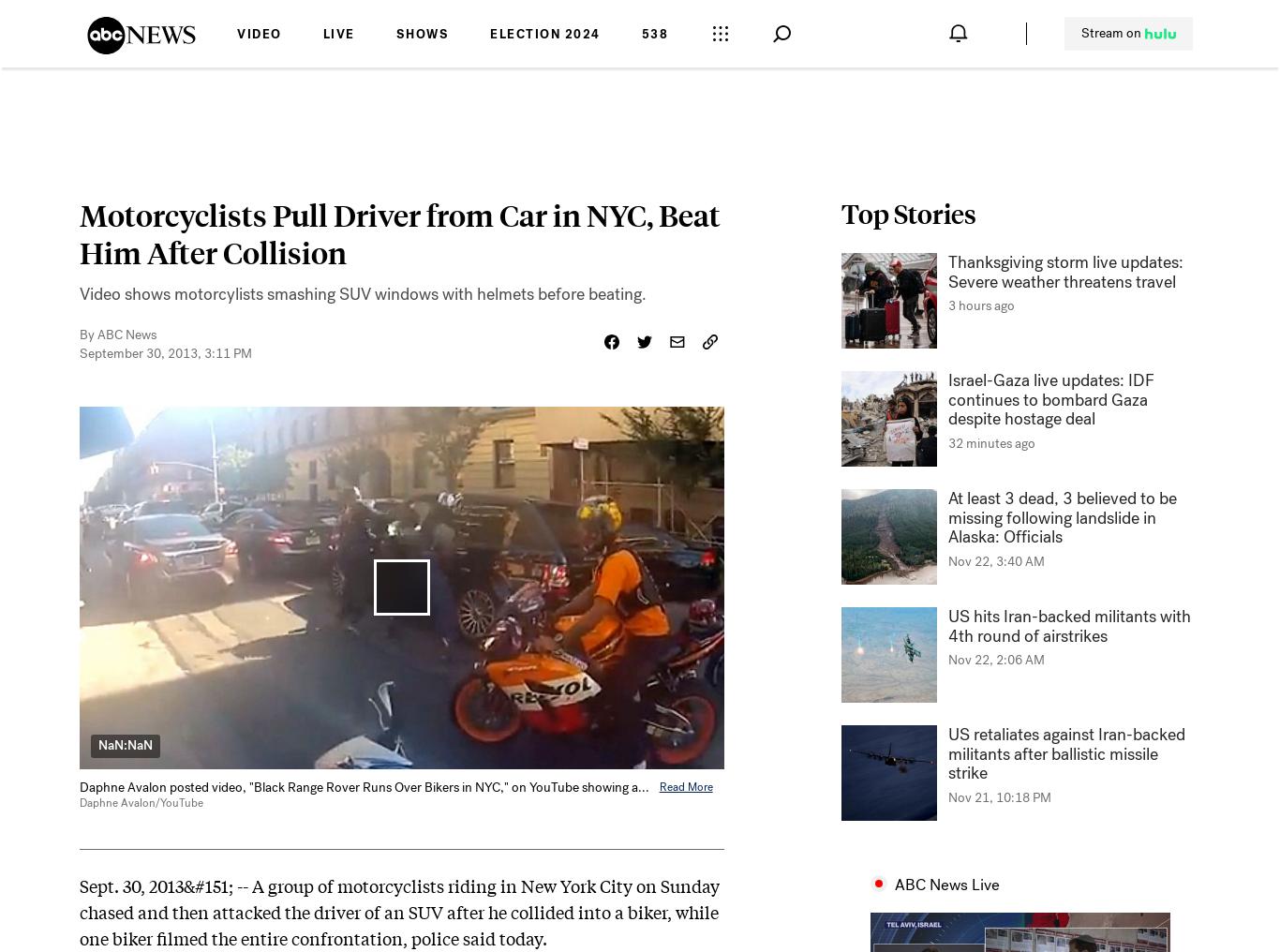 Image resolution: width=1280 pixels, height=952 pixels. What do you see at coordinates (79, 883) in the screenshot?
I see `'Sept. 30, 2013&#151; --'` at bounding box center [79, 883].